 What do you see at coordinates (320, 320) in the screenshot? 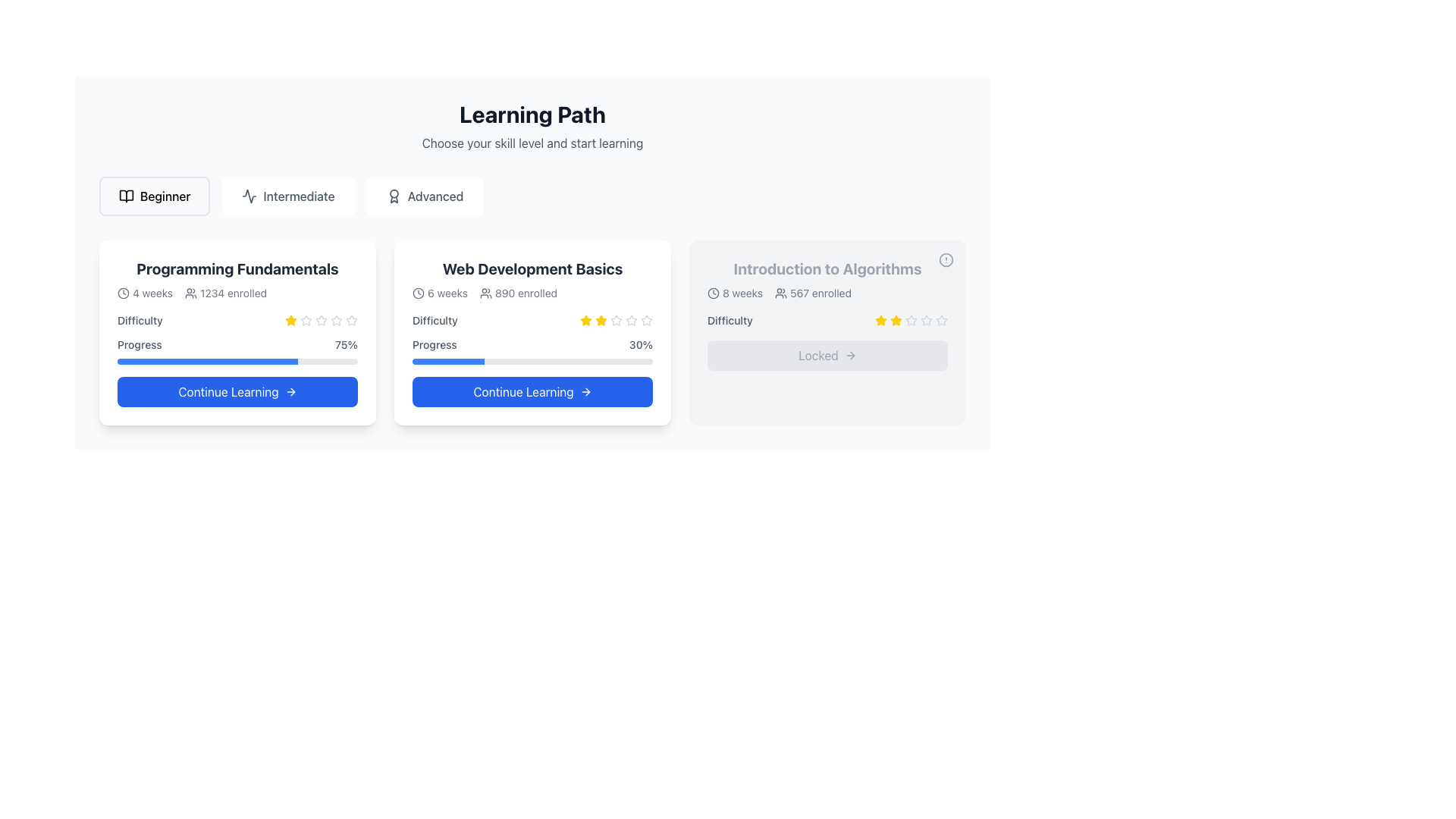
I see `the third star icon in the rating system under the 'Difficulty' label within the 'Programming Fundamentals' card` at bounding box center [320, 320].